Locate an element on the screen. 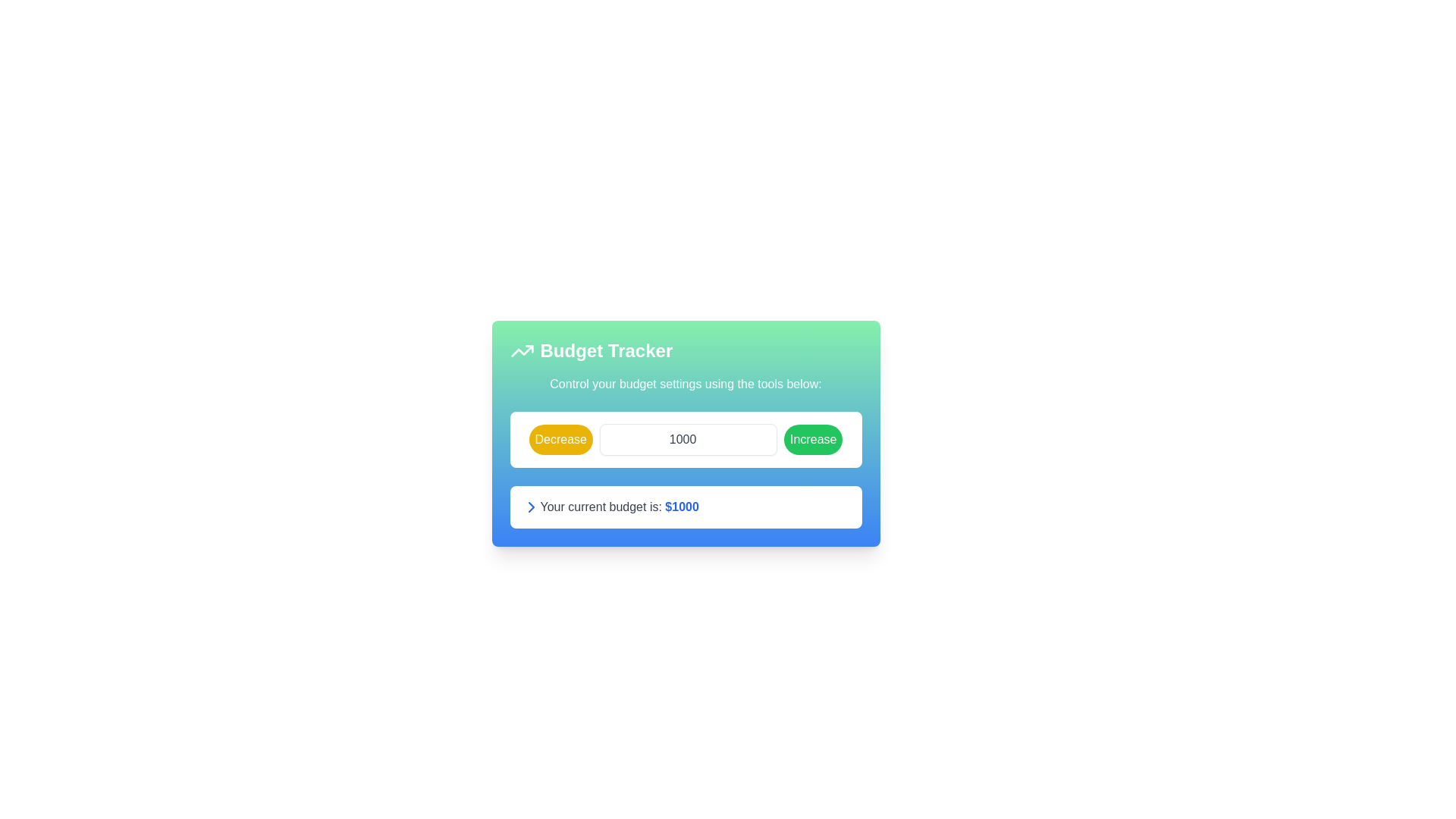 This screenshot has width=1456, height=819. the decorative icon located inside a white background box at the bottom of the interface, to the left of the text 'Your current budget is: $1000' is located at coordinates (531, 507).